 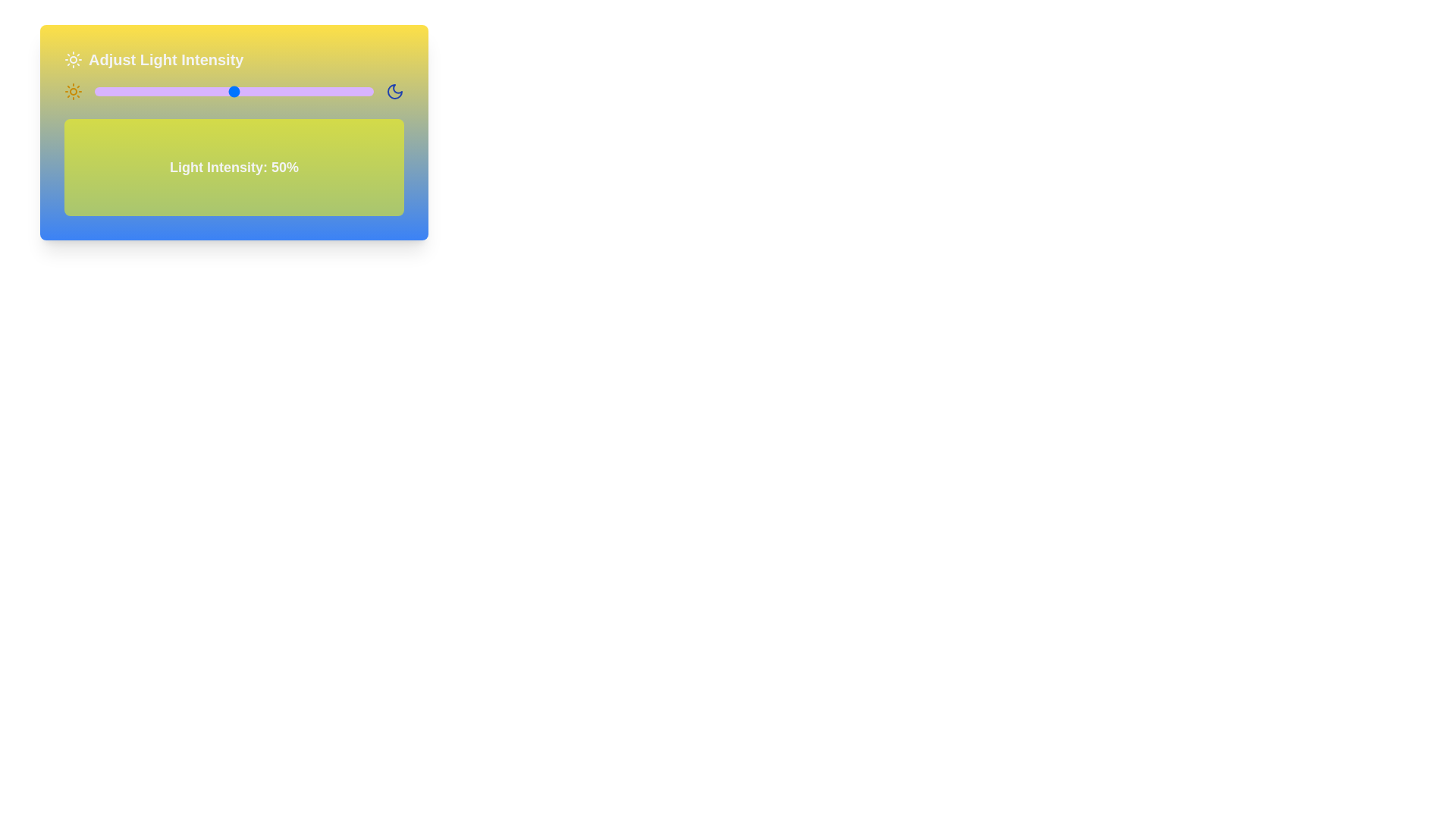 I want to click on the light intensity slider to 67% to observe the corresponding background changes, so click(x=281, y=91).